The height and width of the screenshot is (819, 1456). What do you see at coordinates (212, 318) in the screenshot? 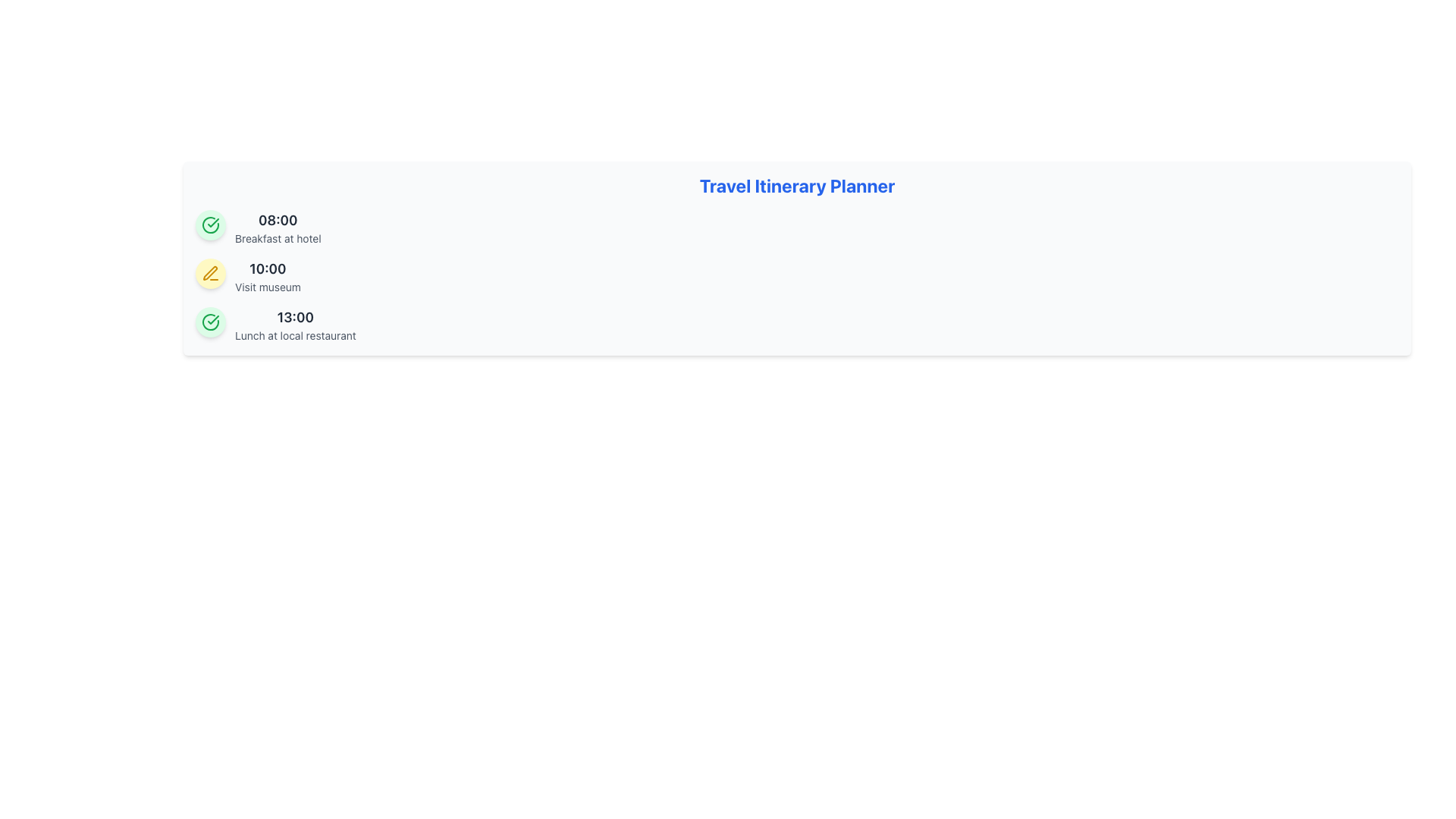
I see `assistive technology` at bounding box center [212, 318].